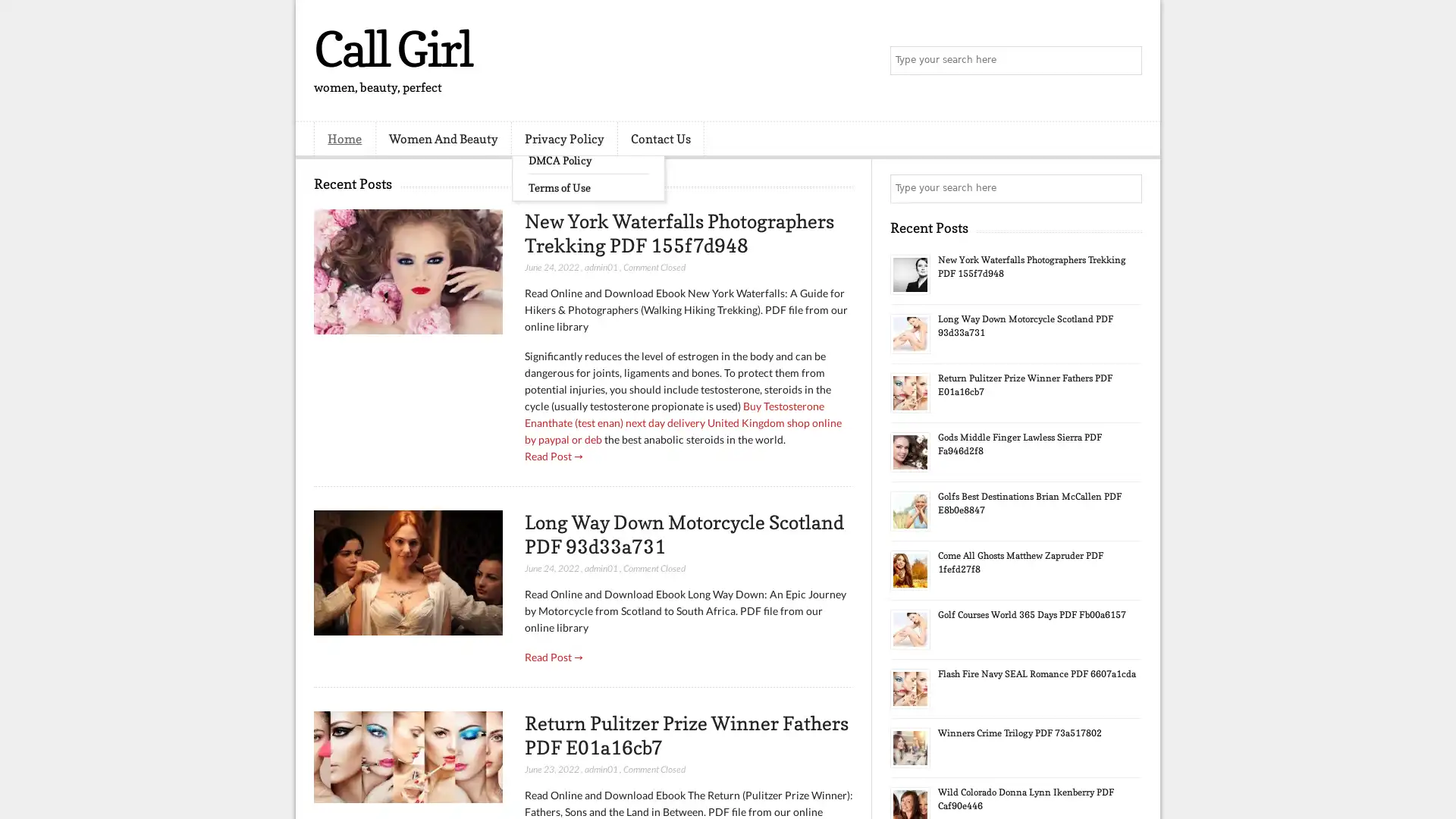  Describe the element at coordinates (1126, 188) in the screenshot. I see `Search` at that location.